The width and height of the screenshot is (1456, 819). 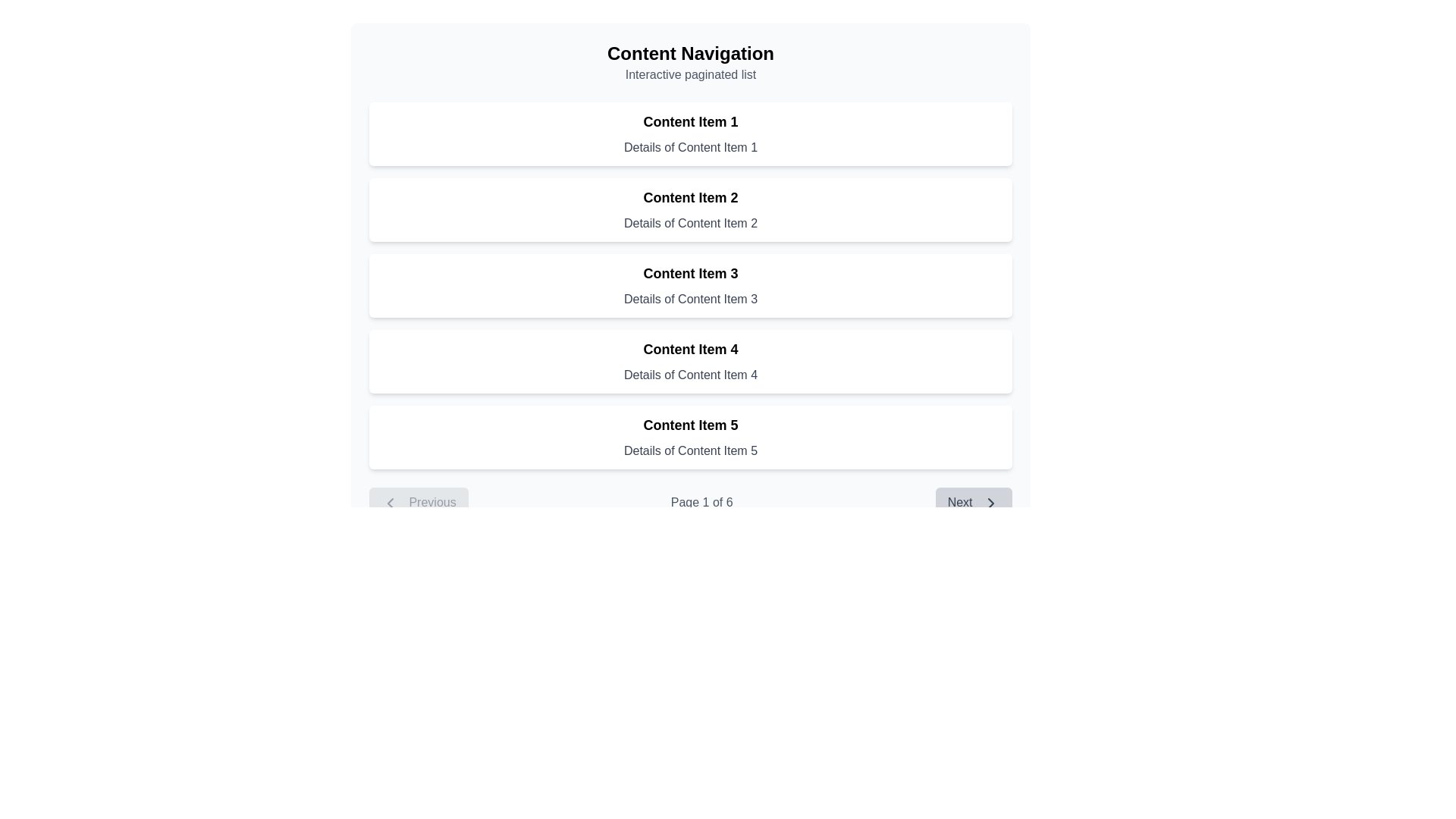 What do you see at coordinates (690, 121) in the screenshot?
I see `the text block displaying 'Content Item 1'` at bounding box center [690, 121].